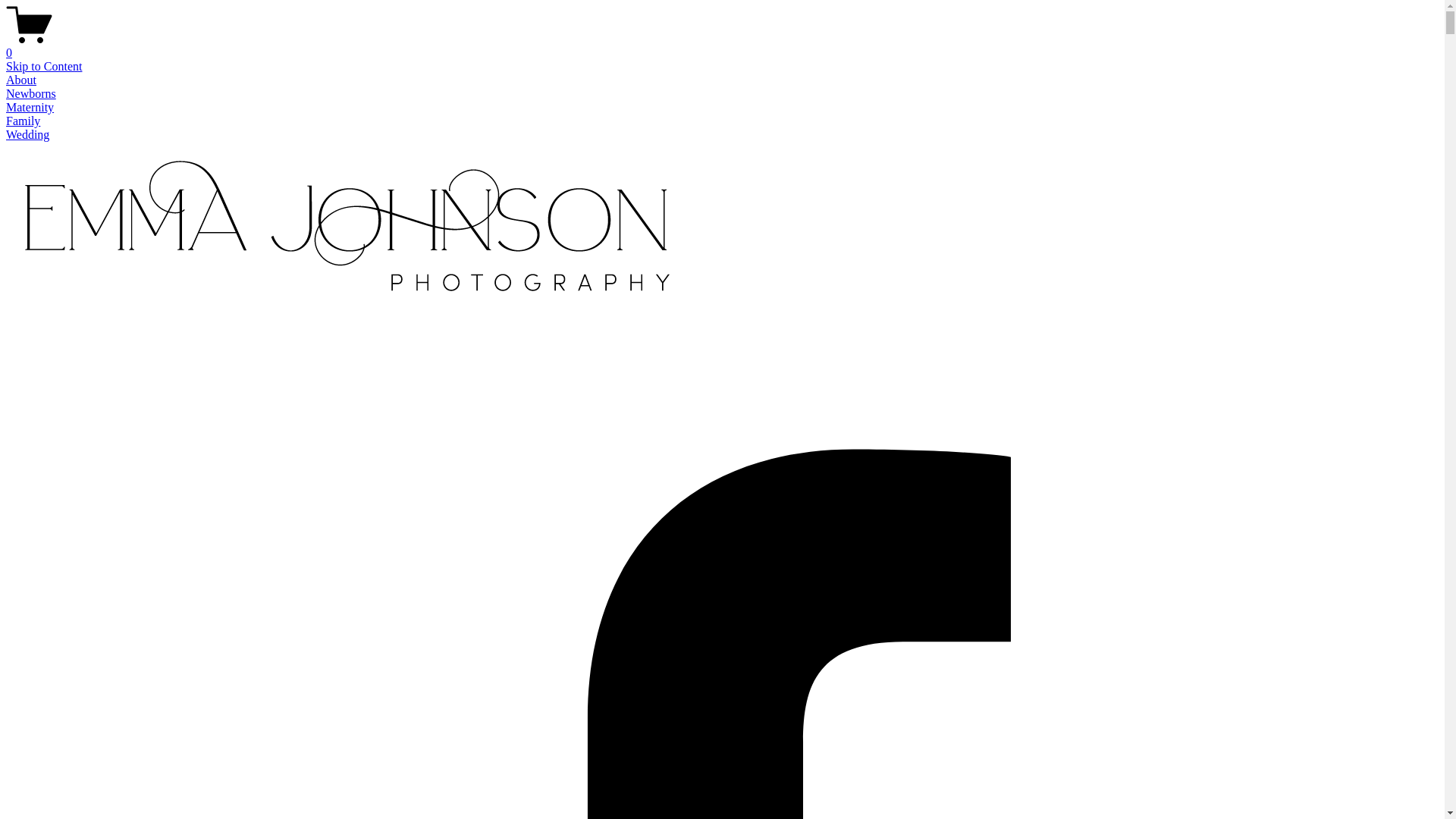  I want to click on '0', so click(721, 45).